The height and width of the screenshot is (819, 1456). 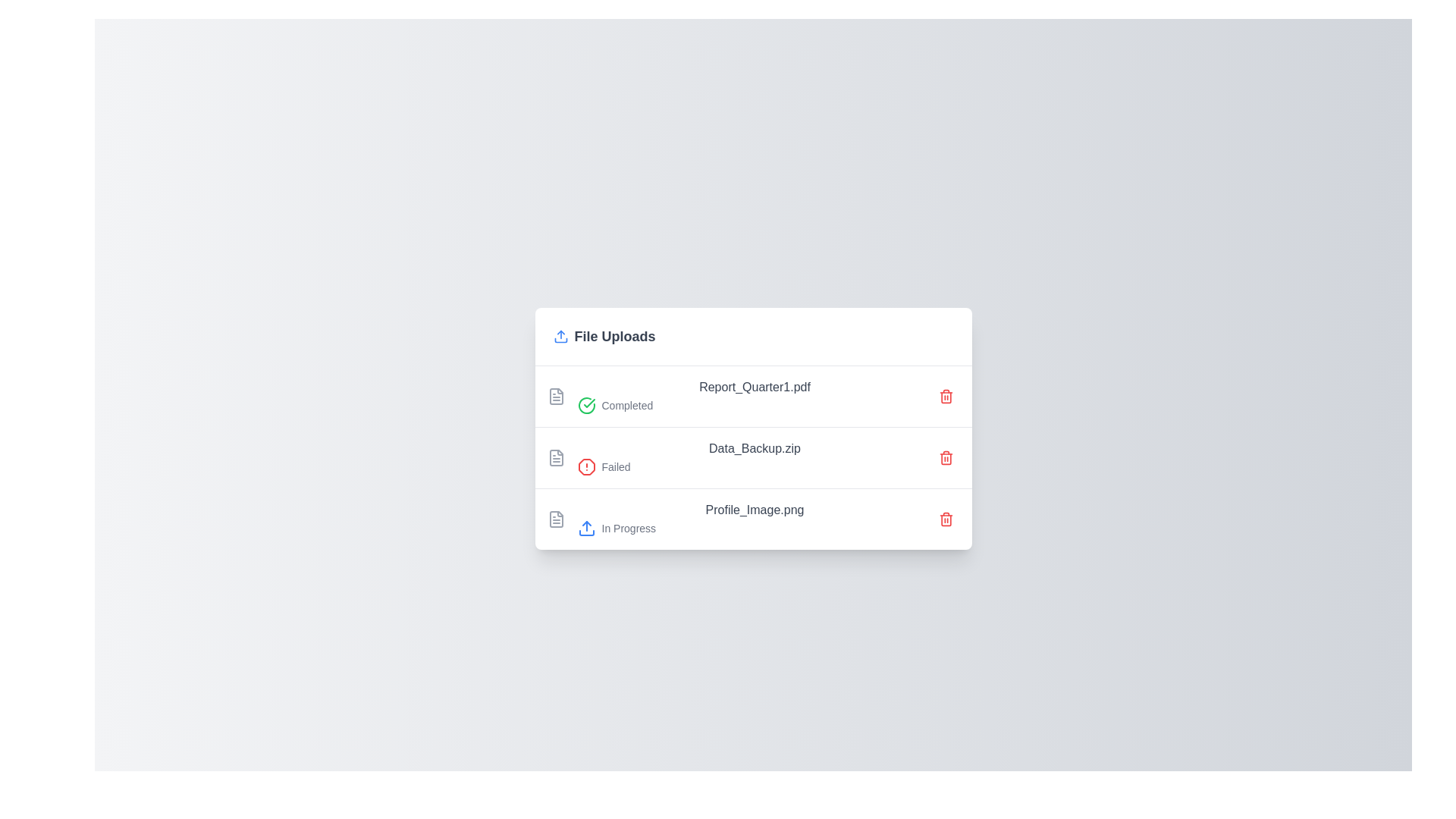 What do you see at coordinates (755, 457) in the screenshot?
I see `the text with the filename 'Data_Backup.zip' and its status indicator showing 'failed'` at bounding box center [755, 457].